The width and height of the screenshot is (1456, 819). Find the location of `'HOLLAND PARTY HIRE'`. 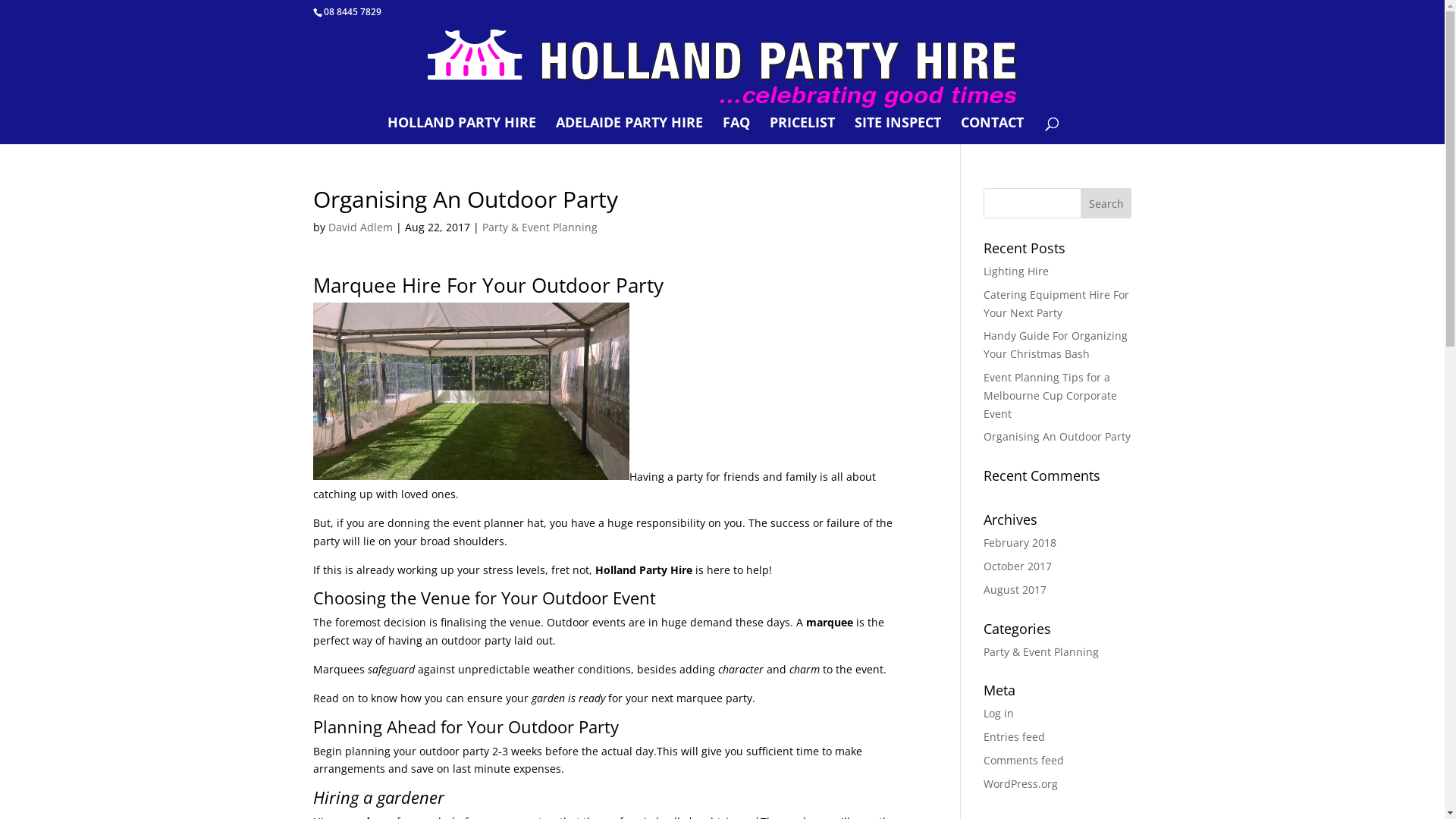

'HOLLAND PARTY HIRE' is located at coordinates (387, 130).